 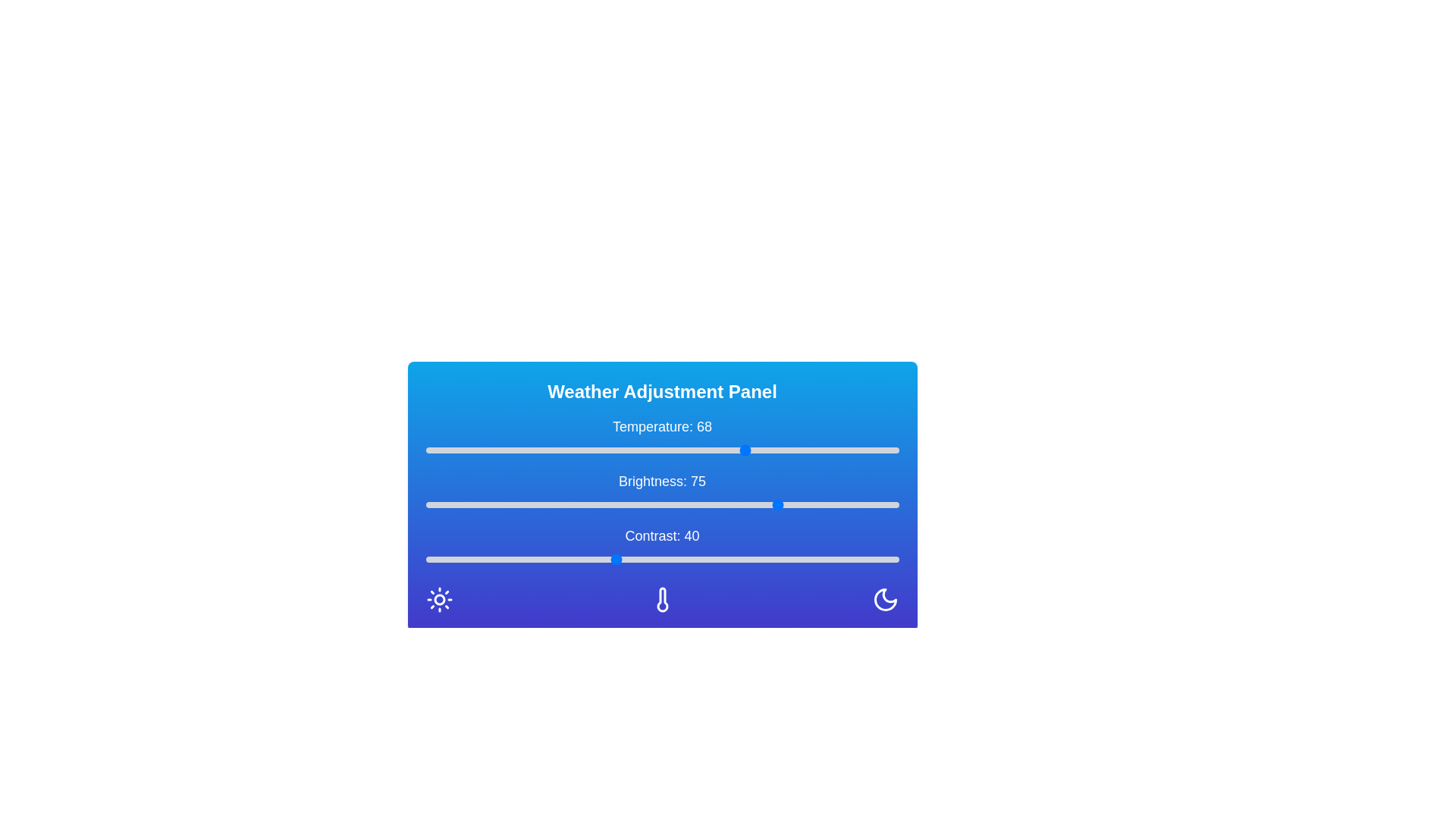 What do you see at coordinates (444, 559) in the screenshot?
I see `the contrast slider to 4` at bounding box center [444, 559].